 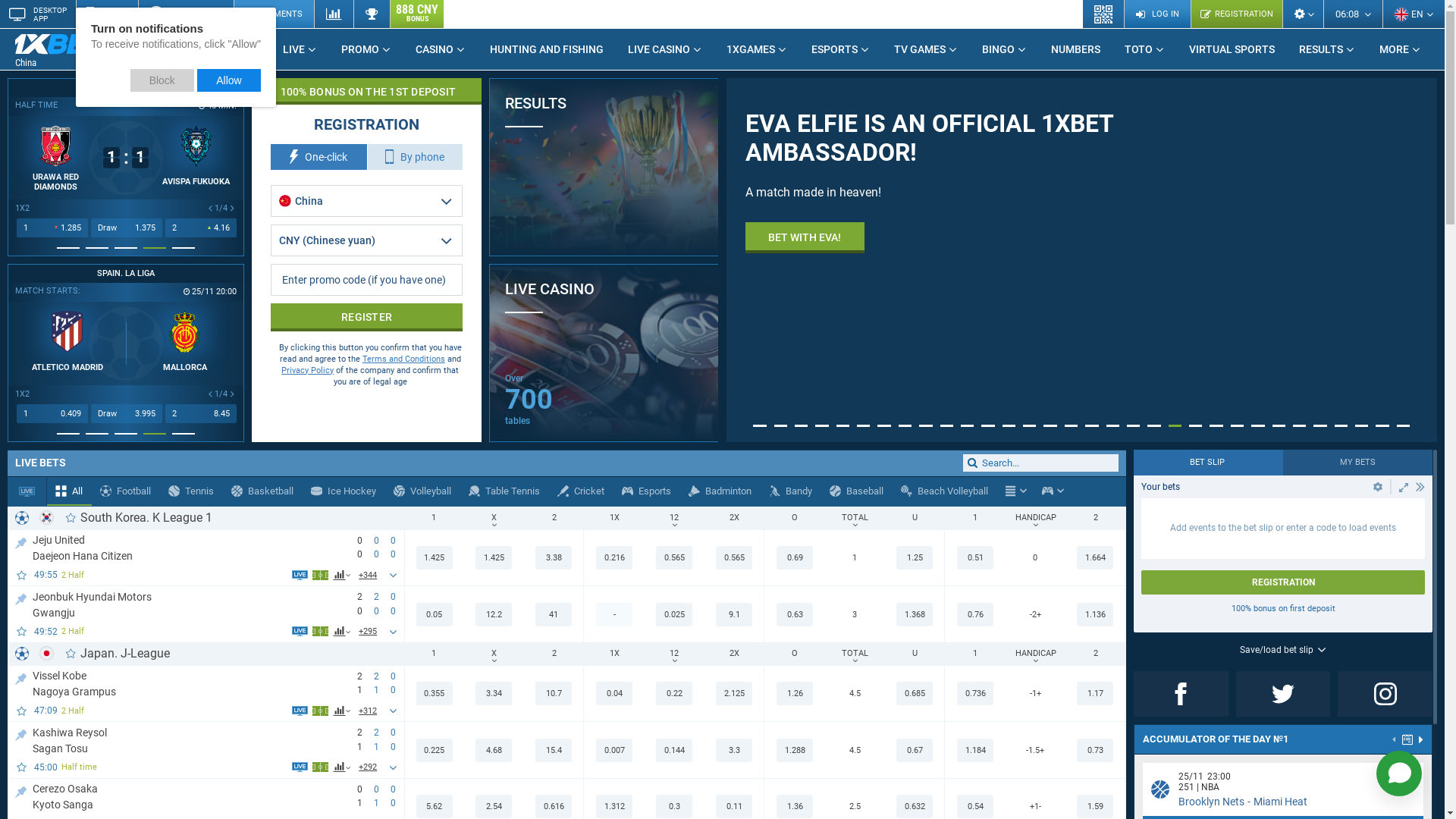 What do you see at coordinates (343, 491) in the screenshot?
I see `'Ice Hockey'` at bounding box center [343, 491].